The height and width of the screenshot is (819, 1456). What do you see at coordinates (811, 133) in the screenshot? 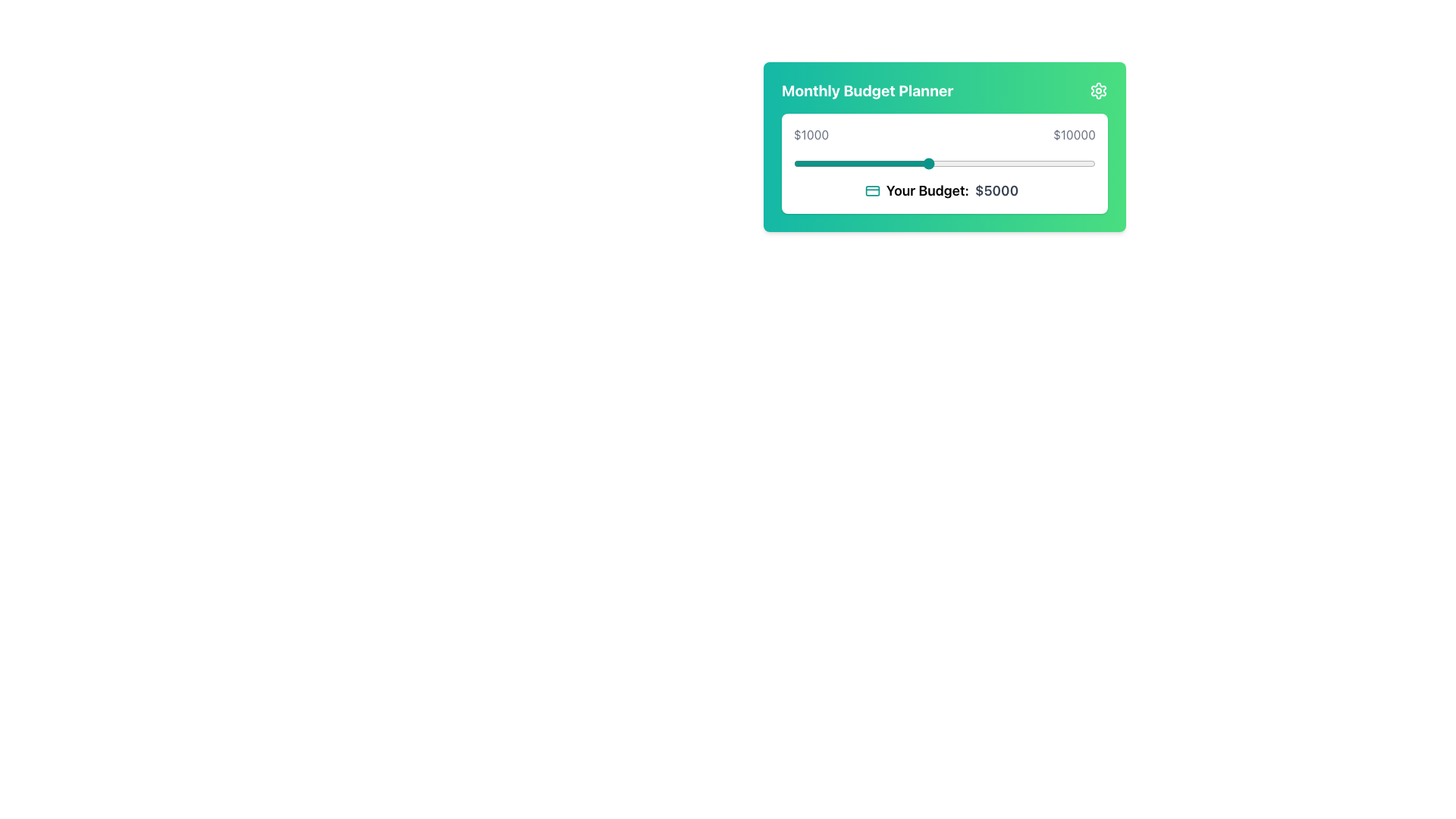
I see `the static text label displaying '$1000' in gray text, located within the 'Monthly Budget Planner' box on the left side of the slider bar` at bounding box center [811, 133].